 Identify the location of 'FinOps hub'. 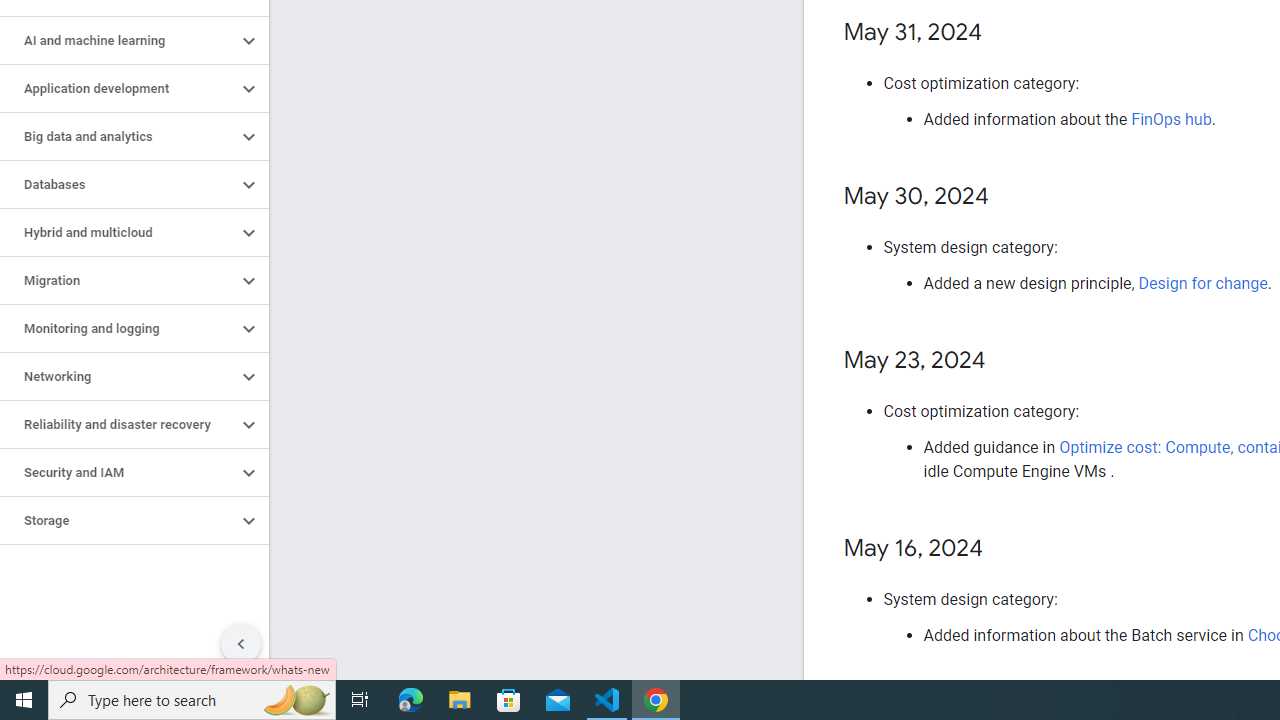
(1171, 119).